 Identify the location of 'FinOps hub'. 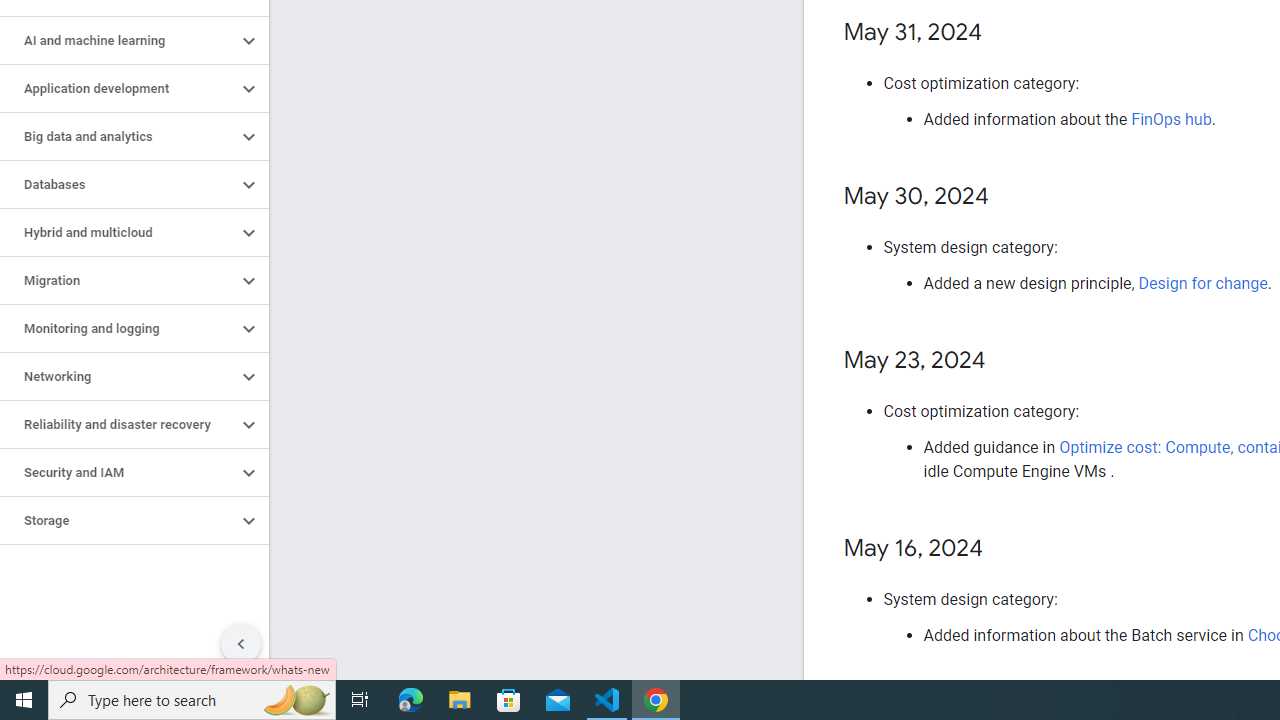
(1171, 119).